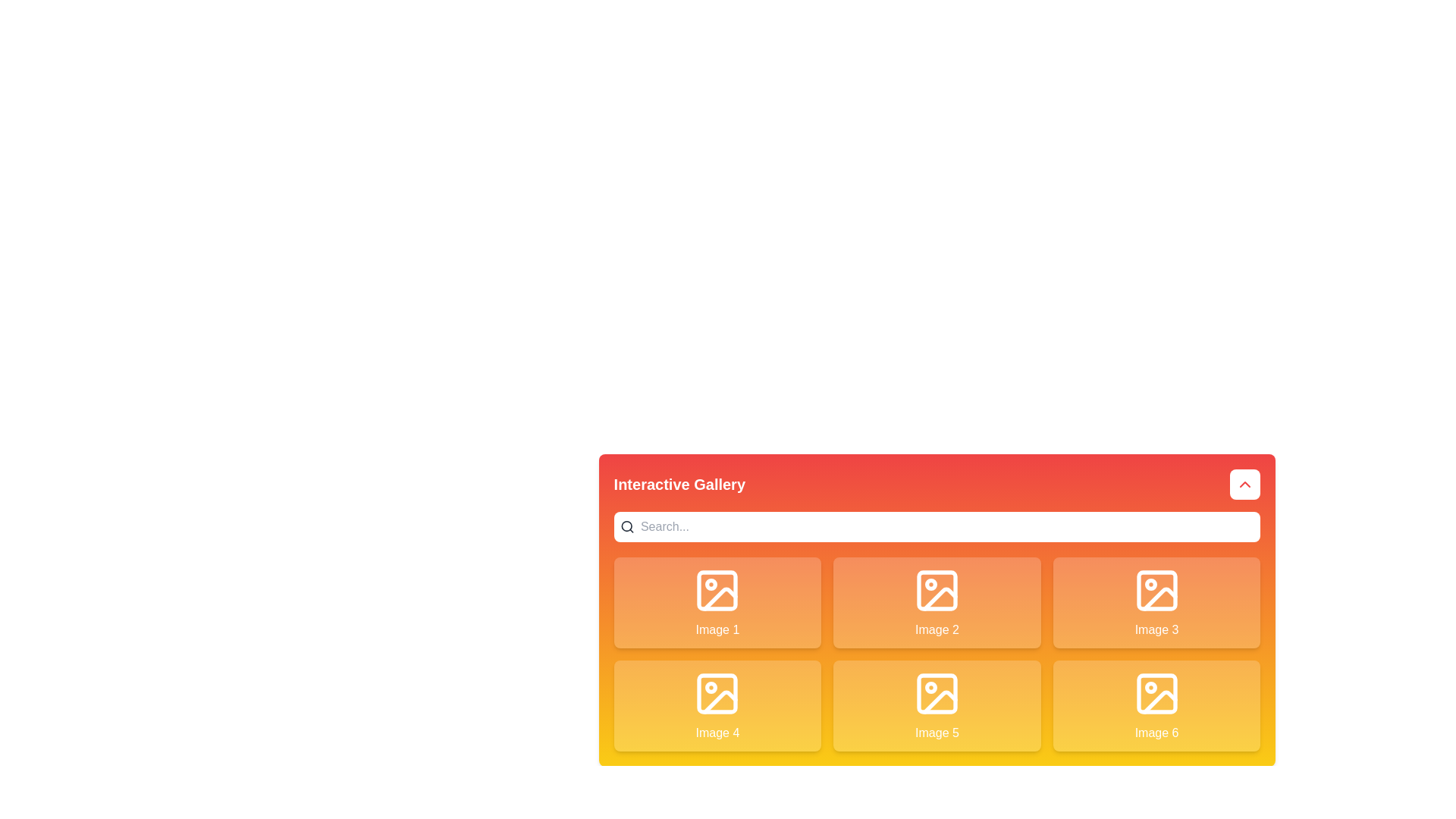 The image size is (1456, 819). Describe the element at coordinates (936, 610) in the screenshot. I see `the 'Image 2' card in the first row, second column of the 'Interactive Gallery'` at that location.